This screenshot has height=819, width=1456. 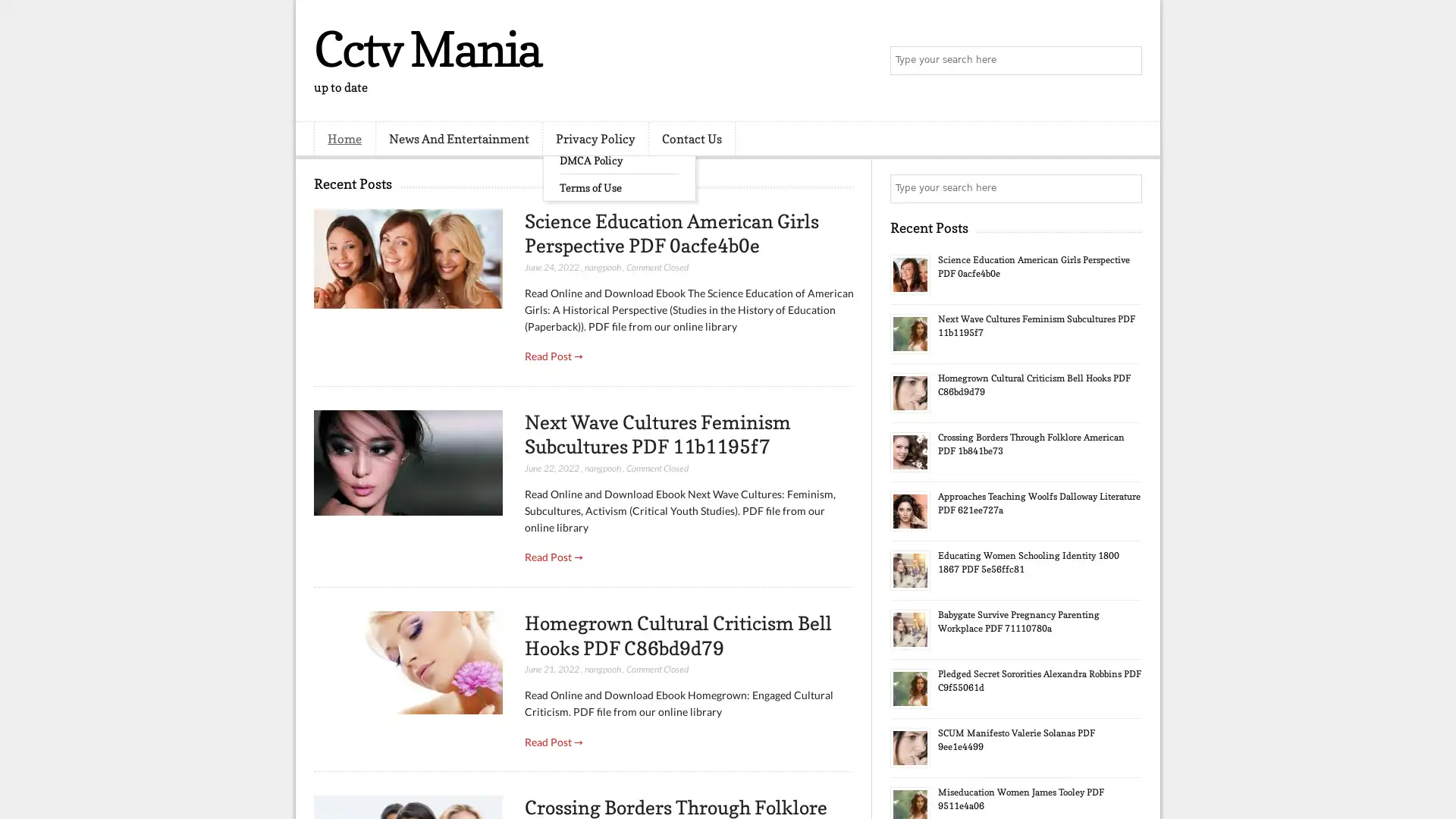 I want to click on Search, so click(x=1126, y=188).